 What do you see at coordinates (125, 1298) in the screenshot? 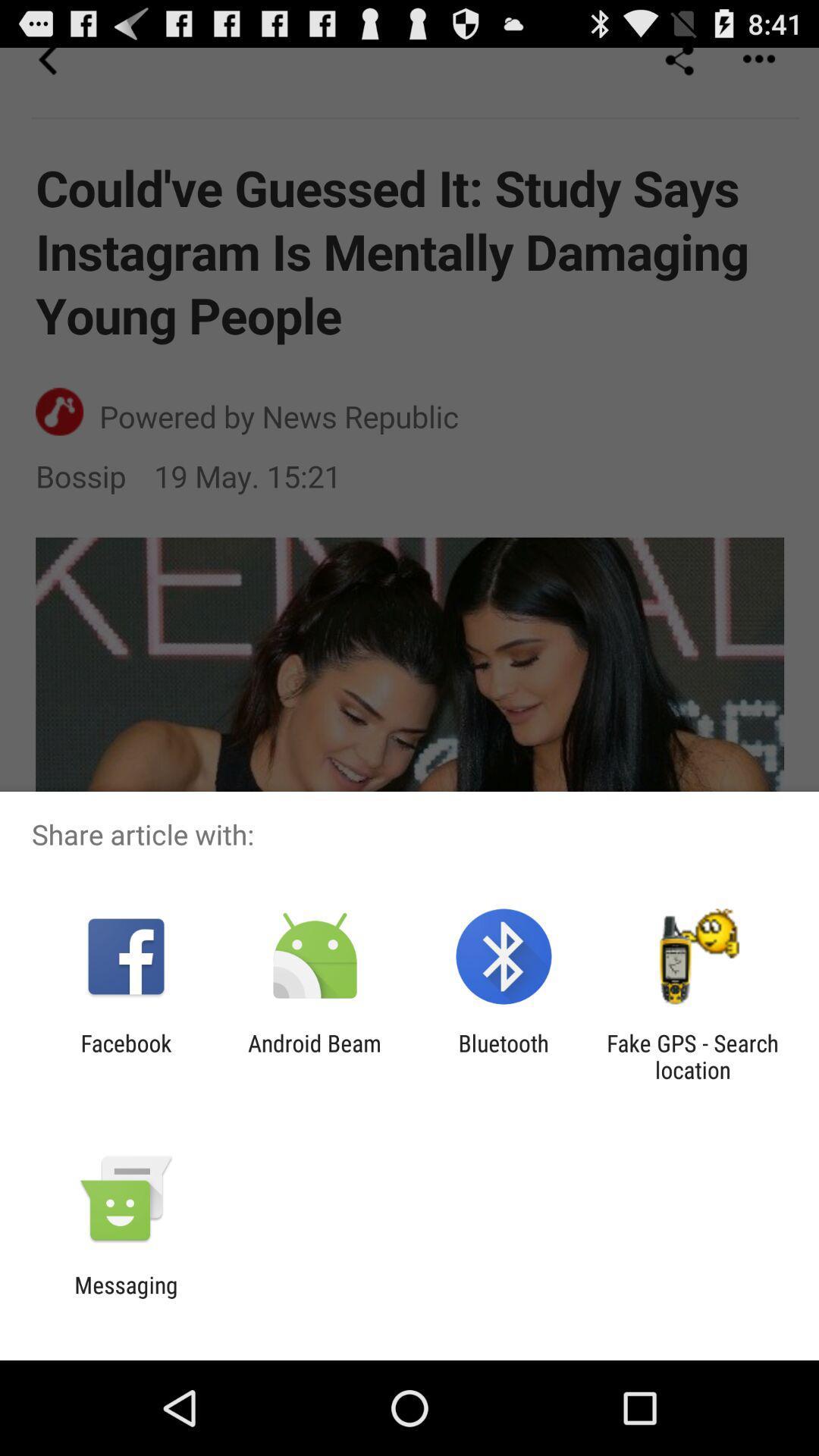
I see `the messaging item` at bounding box center [125, 1298].